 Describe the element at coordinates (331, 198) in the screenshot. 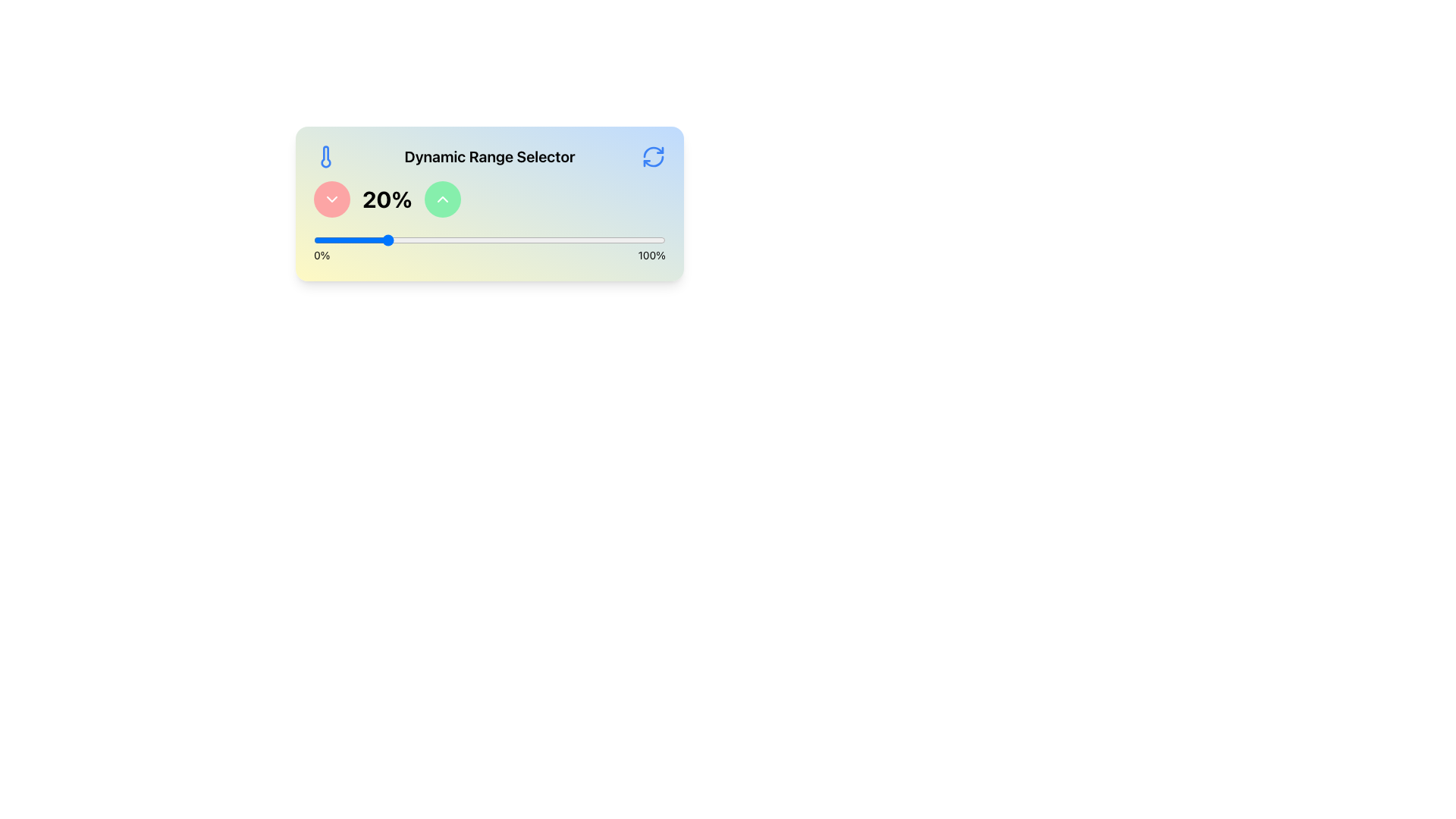

I see `the circular button with a reddish background that acts as an indicator for collapsing or expanding content, located to the right of the '20%' display and below the title 'Dynamic Range Selector'` at that location.